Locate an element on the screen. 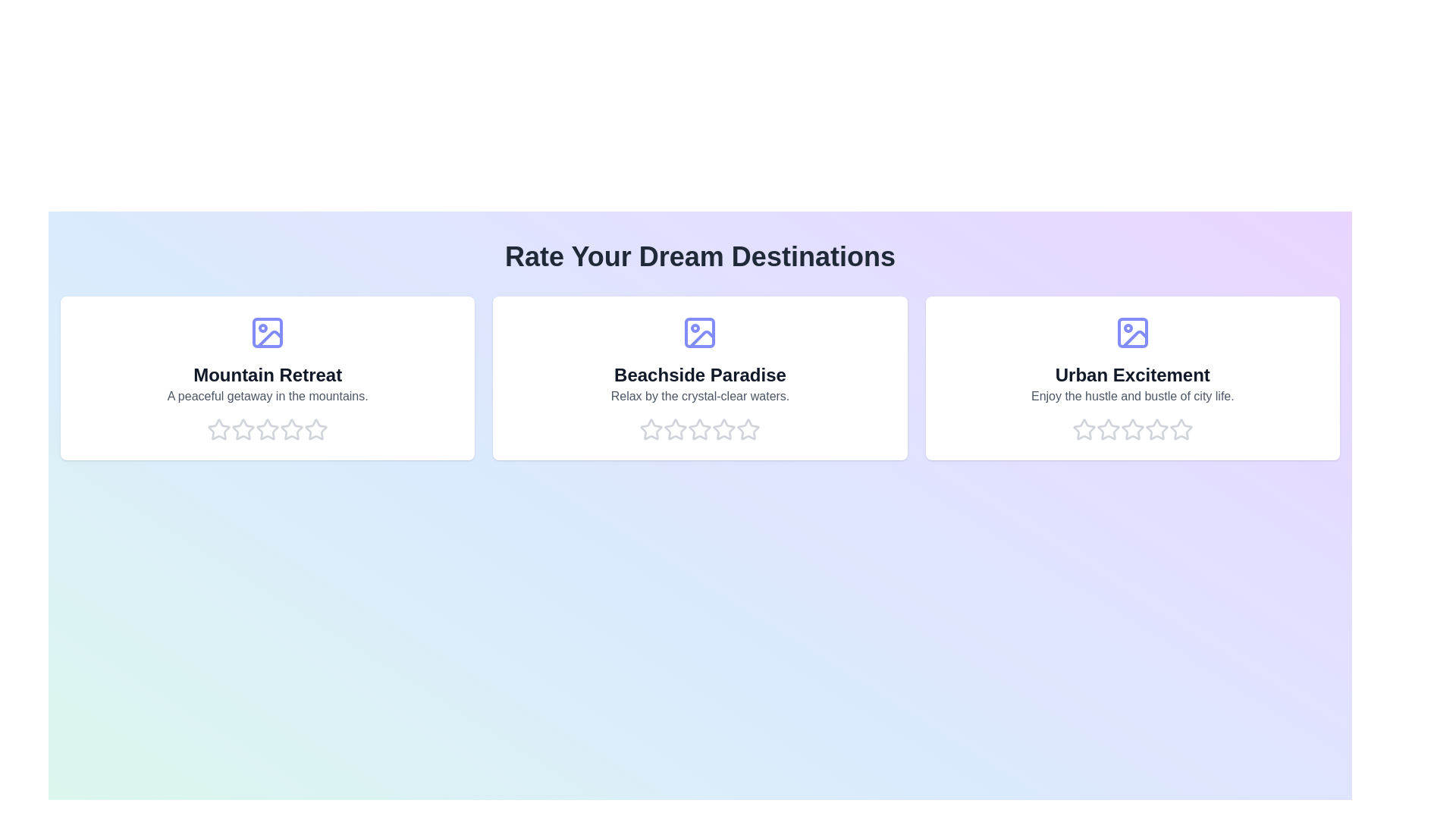 This screenshot has height=819, width=1456. the rating for a destination to 3 stars is located at coordinates (268, 430).